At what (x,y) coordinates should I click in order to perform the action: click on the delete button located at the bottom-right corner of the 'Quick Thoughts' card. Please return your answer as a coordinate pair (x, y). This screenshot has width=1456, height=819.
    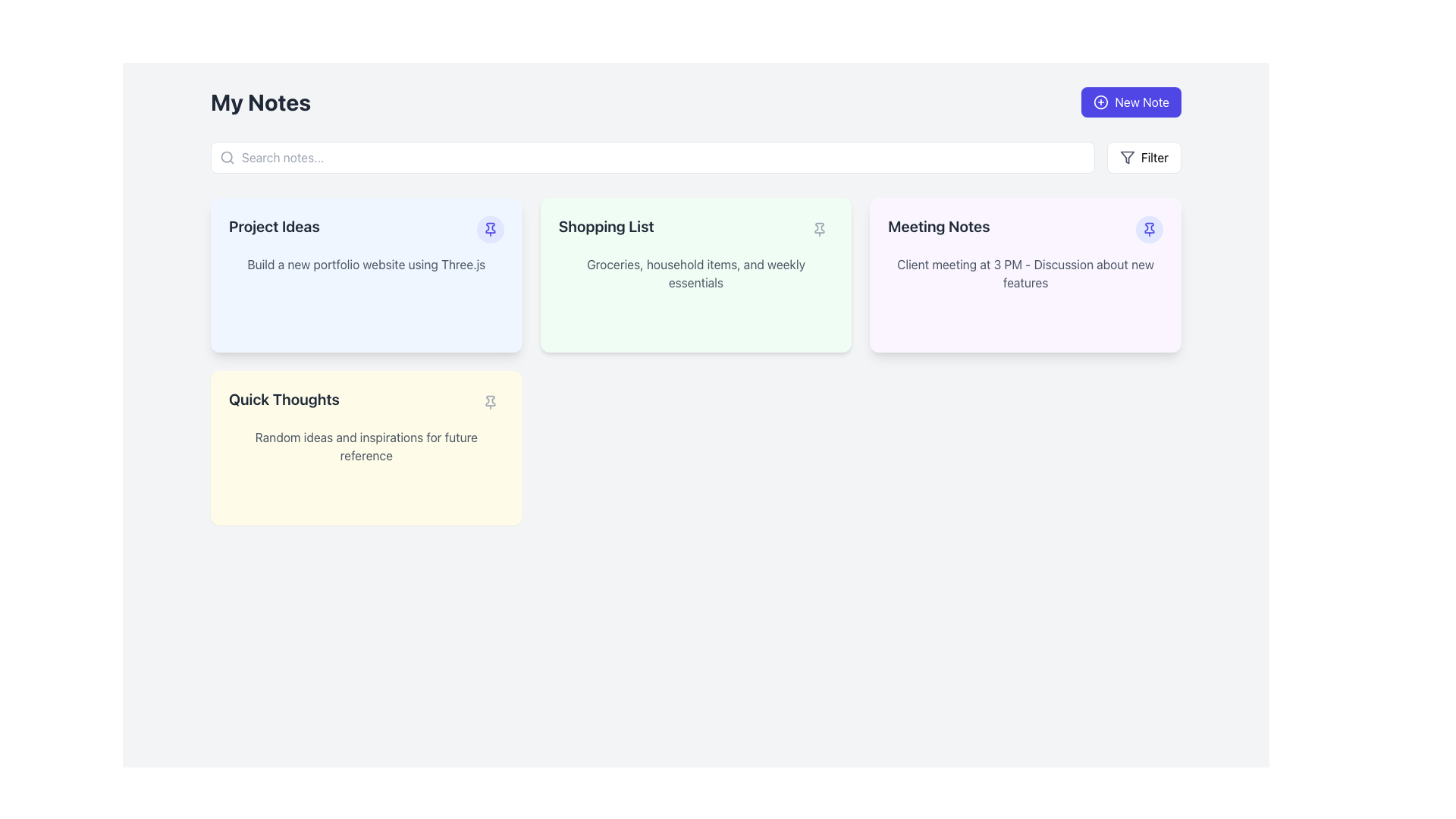
    Looking at the image, I should click on (491, 494).